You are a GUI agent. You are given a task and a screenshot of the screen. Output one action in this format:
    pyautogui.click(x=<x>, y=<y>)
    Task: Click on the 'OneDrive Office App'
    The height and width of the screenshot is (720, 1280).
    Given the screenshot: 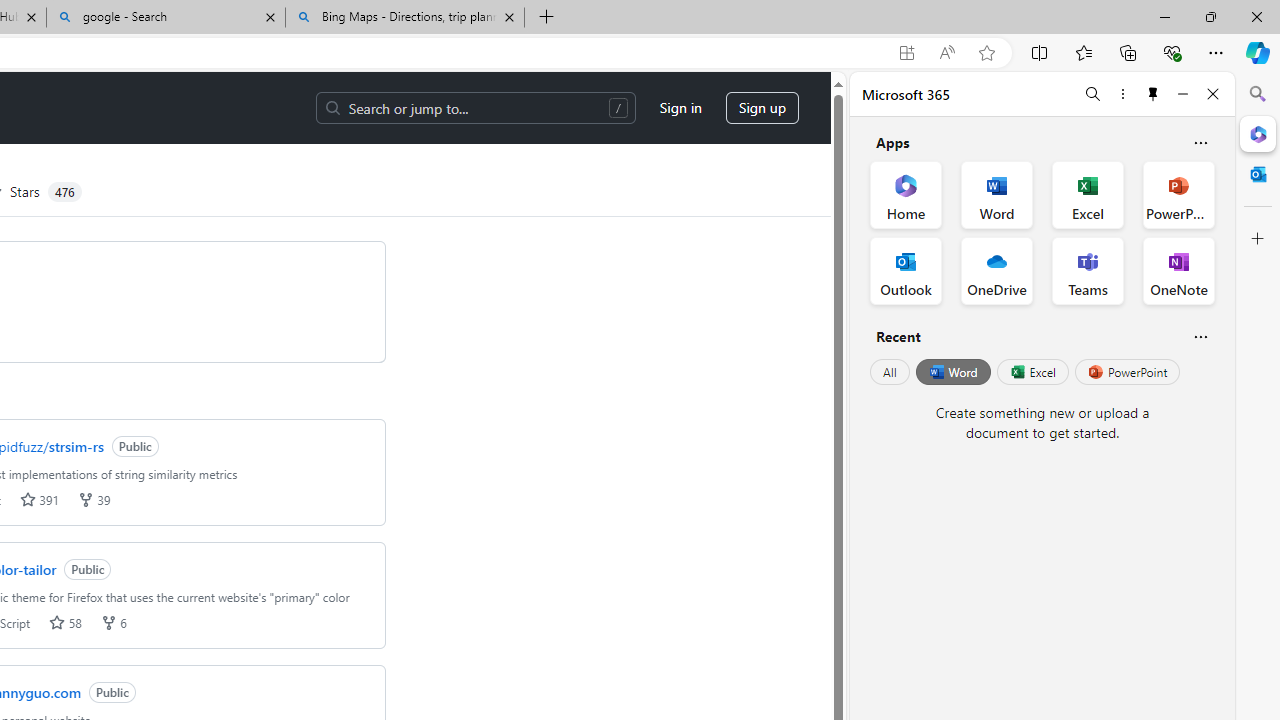 What is the action you would take?
    pyautogui.click(x=997, y=271)
    